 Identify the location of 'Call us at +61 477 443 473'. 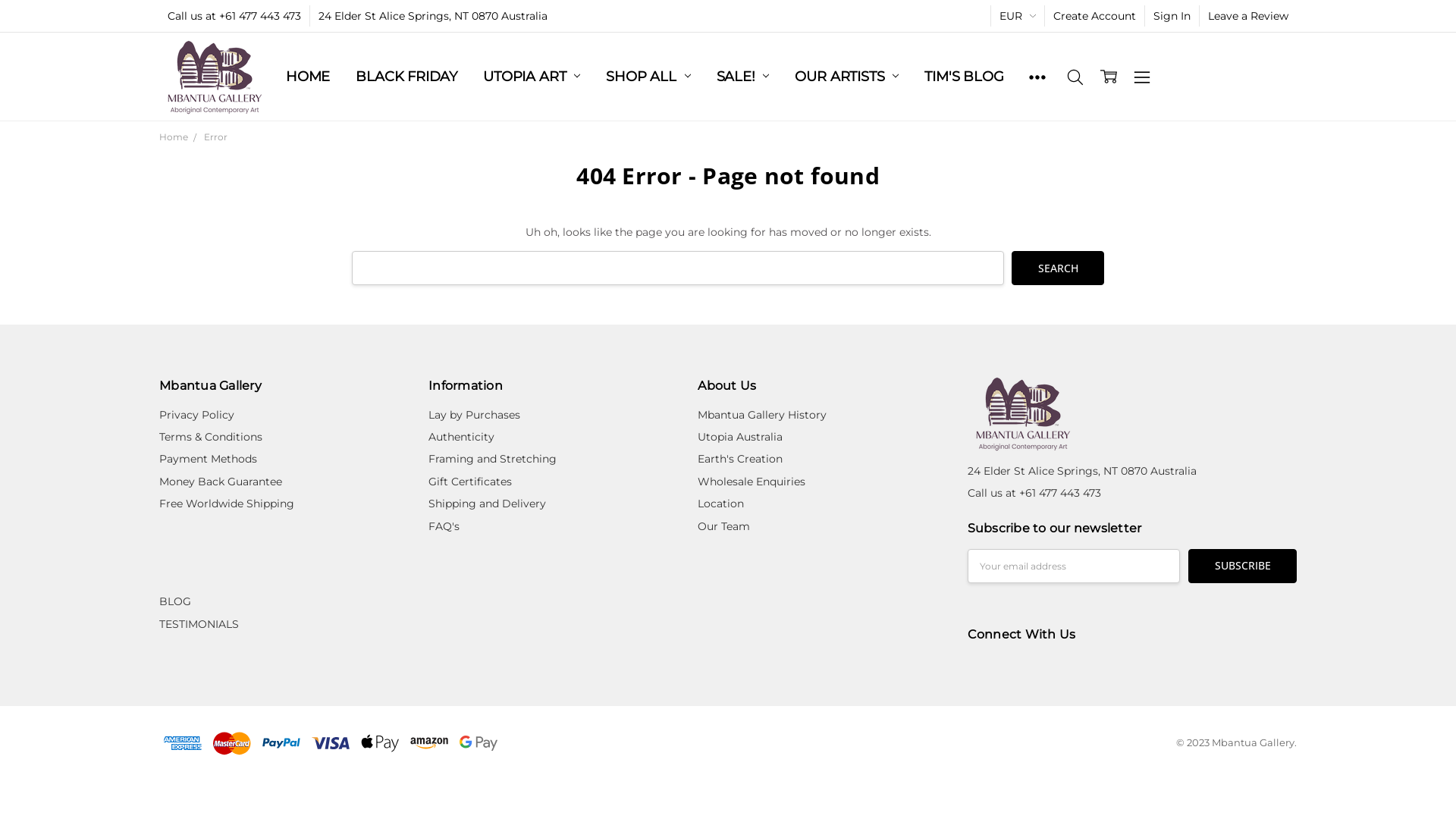
(233, 15).